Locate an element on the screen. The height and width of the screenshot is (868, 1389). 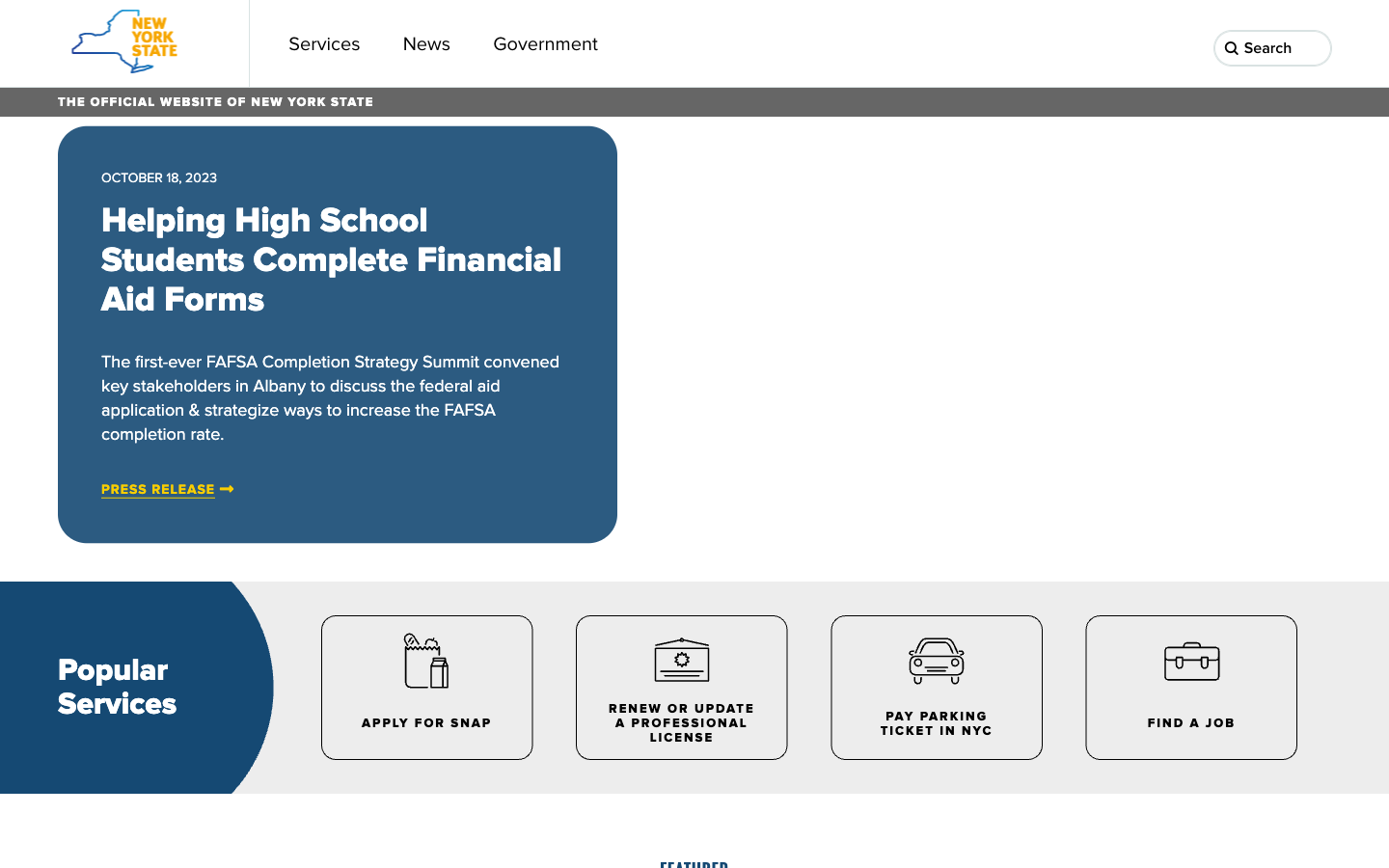
the press release section on the website is located at coordinates (227796, 441378).